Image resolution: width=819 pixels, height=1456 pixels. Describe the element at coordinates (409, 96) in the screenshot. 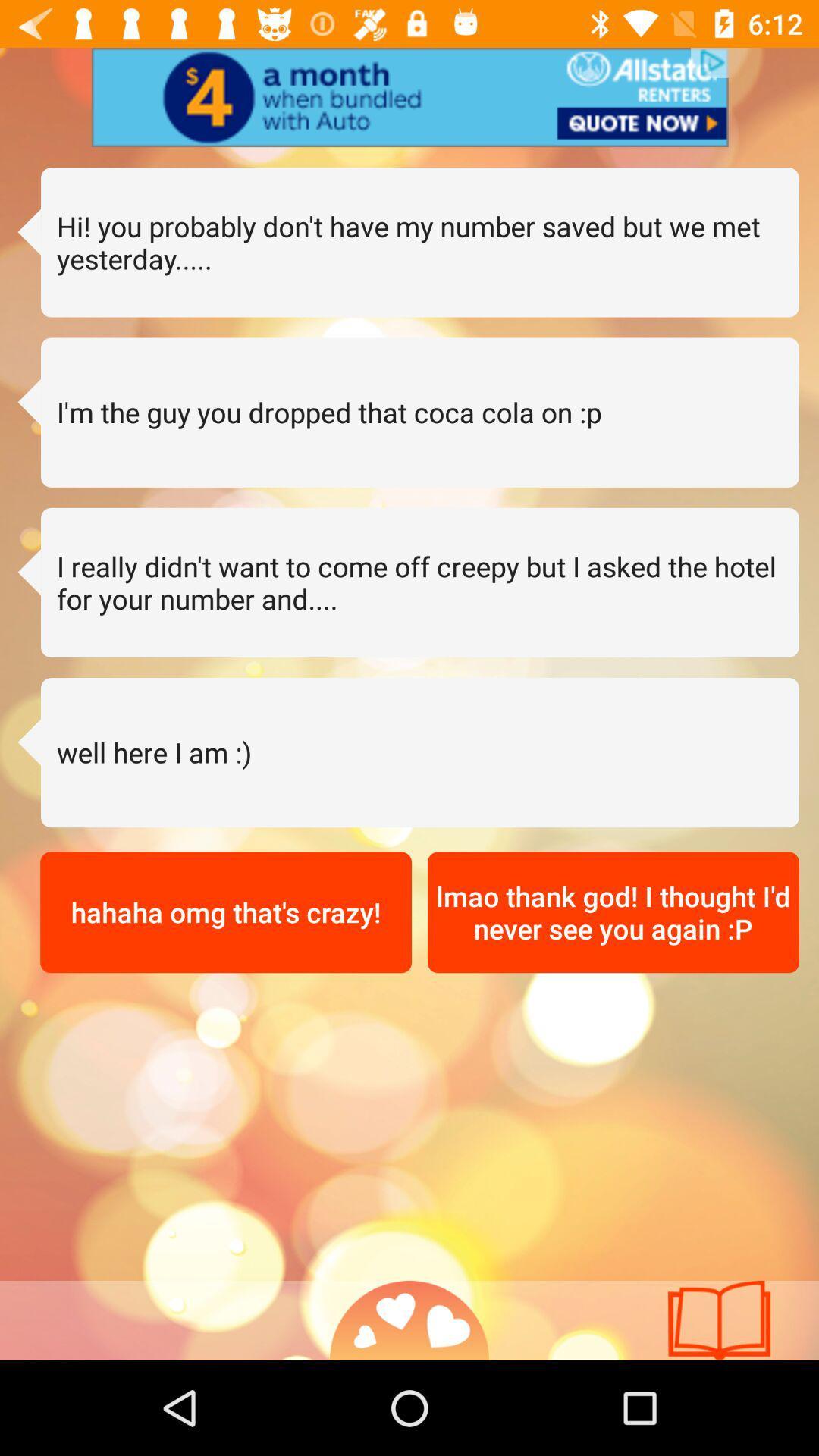

I see `advertisement` at that location.